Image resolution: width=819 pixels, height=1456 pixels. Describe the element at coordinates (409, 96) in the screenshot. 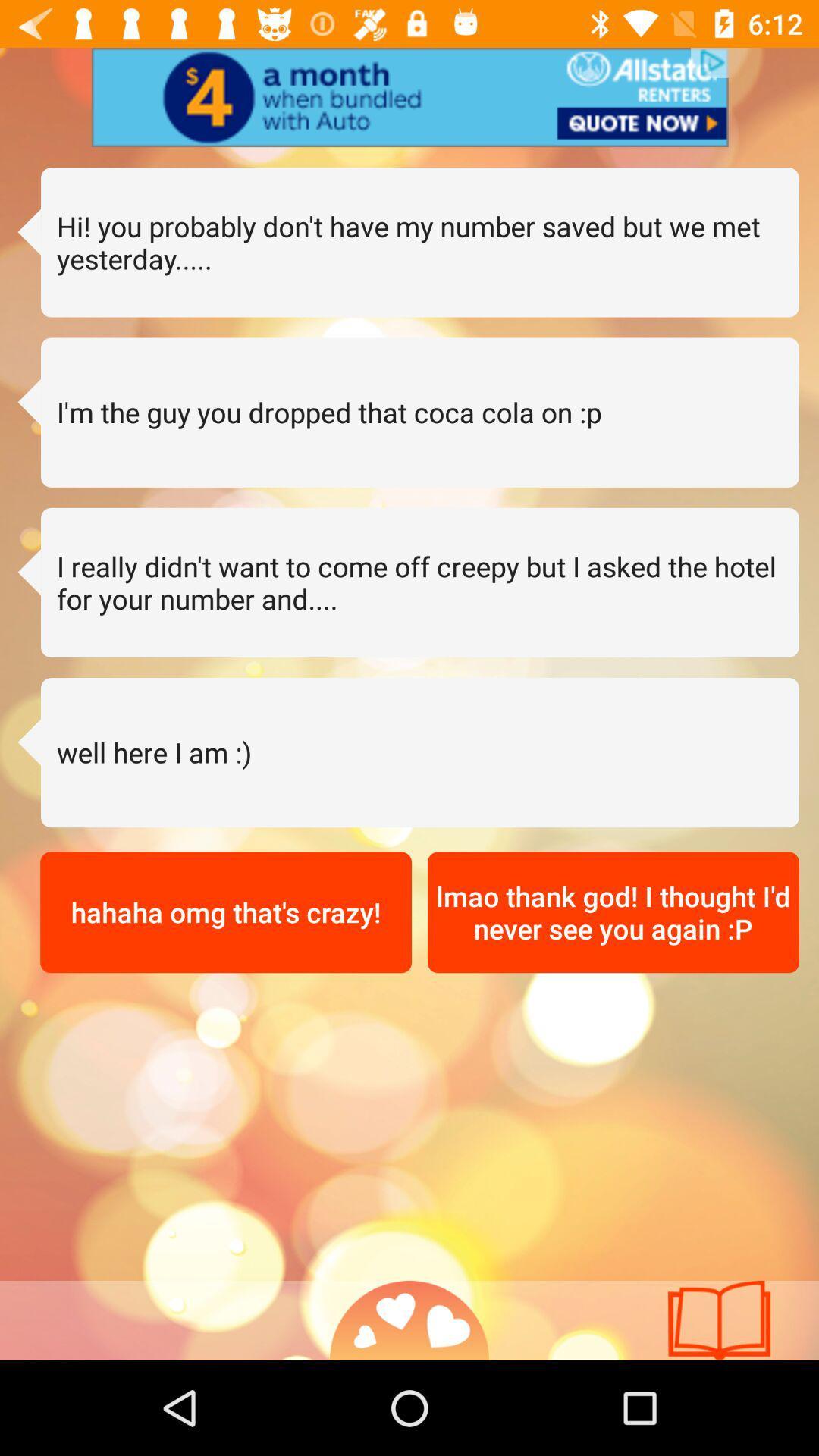

I see `advertisement` at that location.